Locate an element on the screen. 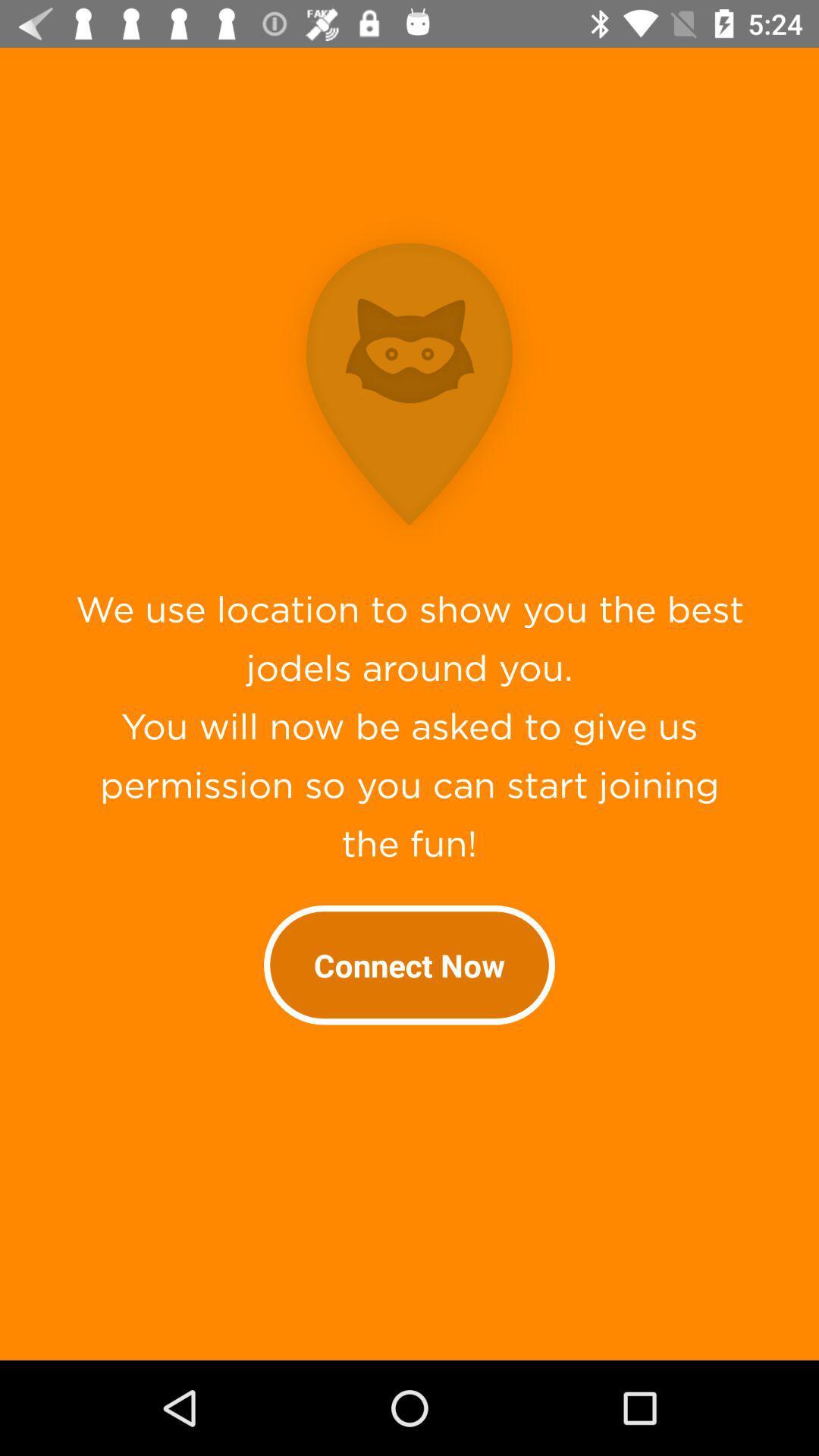  the connect now item is located at coordinates (409, 964).